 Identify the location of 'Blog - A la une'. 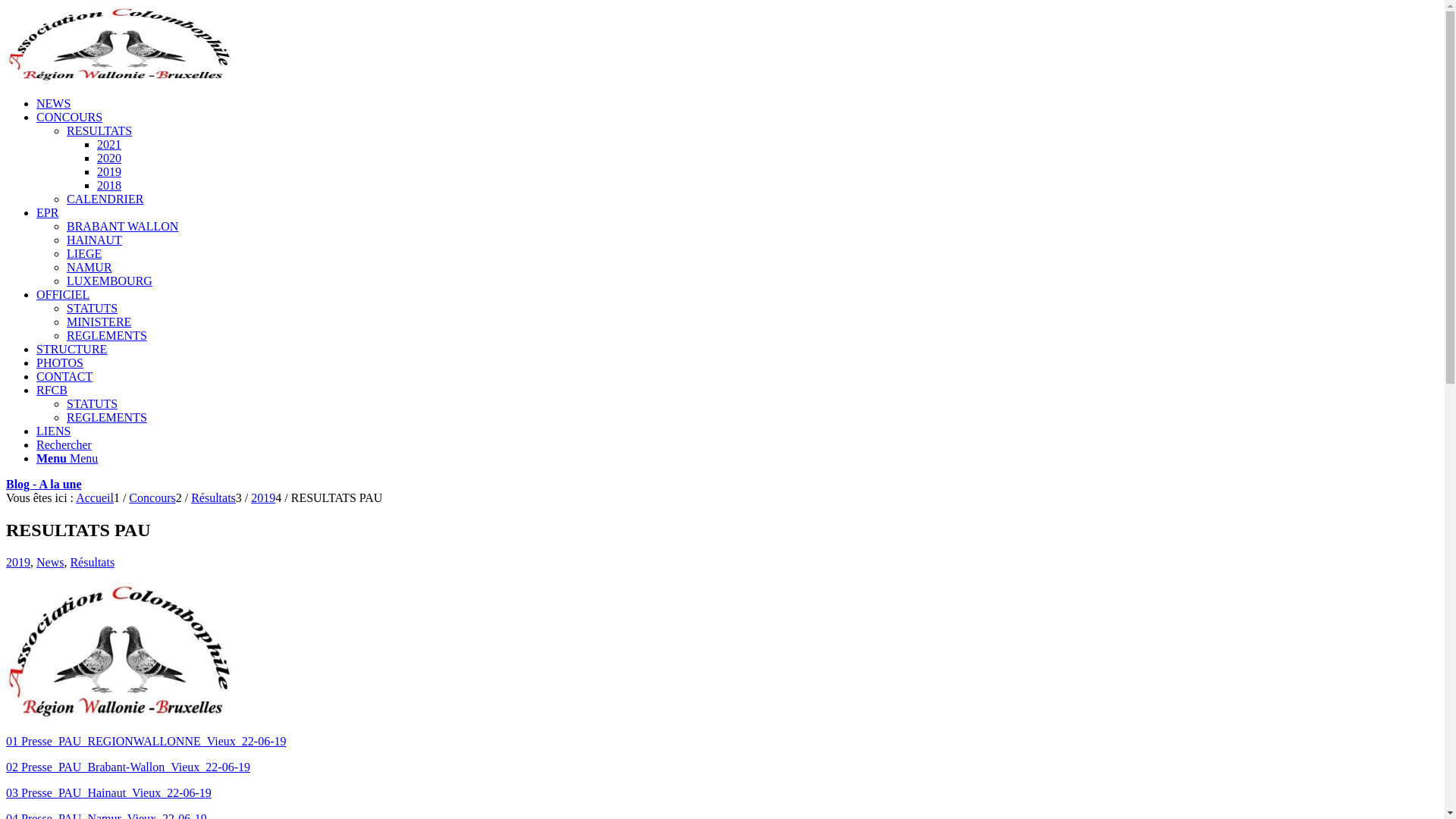
(43, 484).